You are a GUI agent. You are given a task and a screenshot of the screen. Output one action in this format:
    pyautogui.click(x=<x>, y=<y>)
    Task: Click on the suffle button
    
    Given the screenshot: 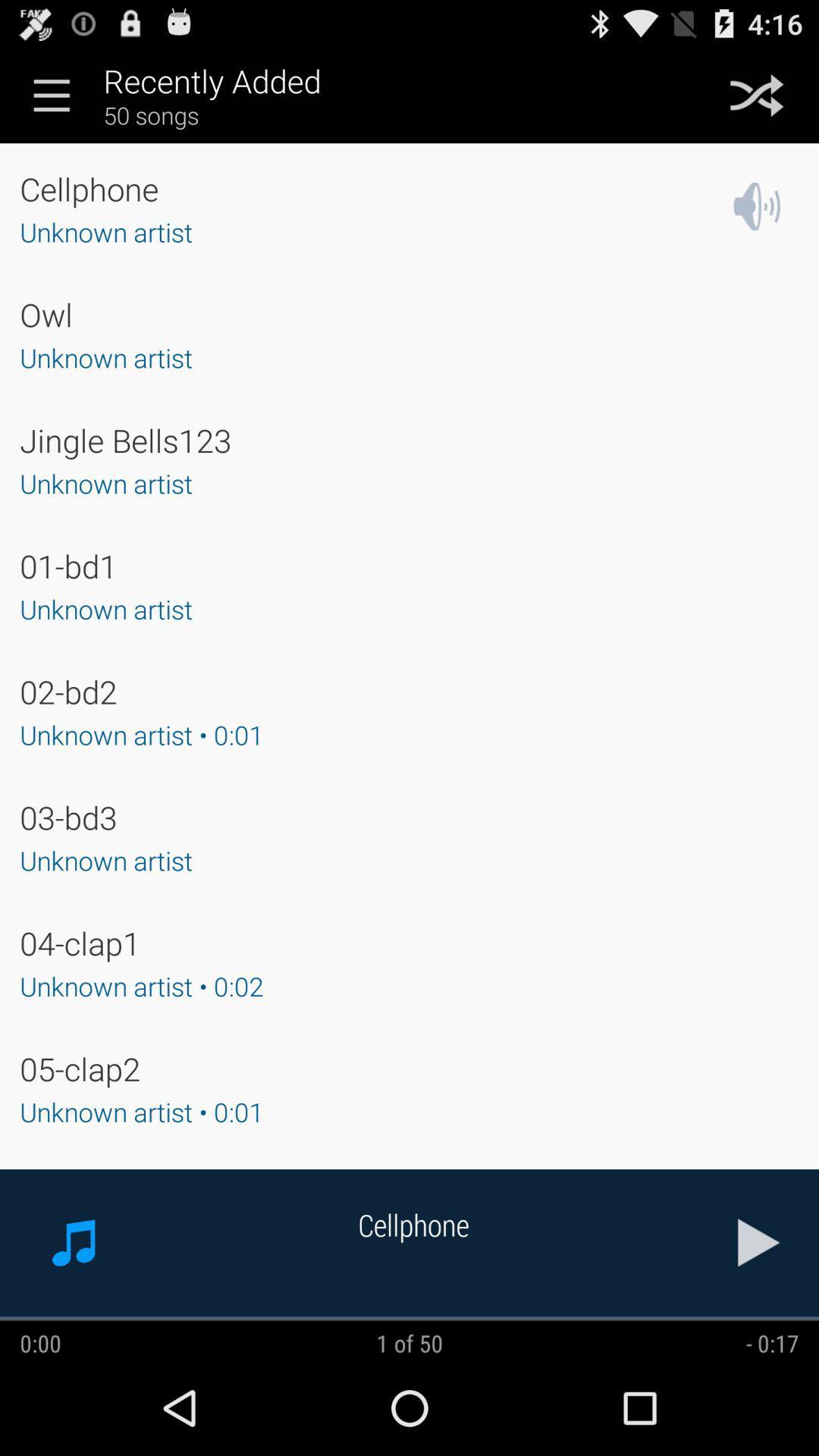 What is the action you would take?
    pyautogui.click(x=757, y=94)
    